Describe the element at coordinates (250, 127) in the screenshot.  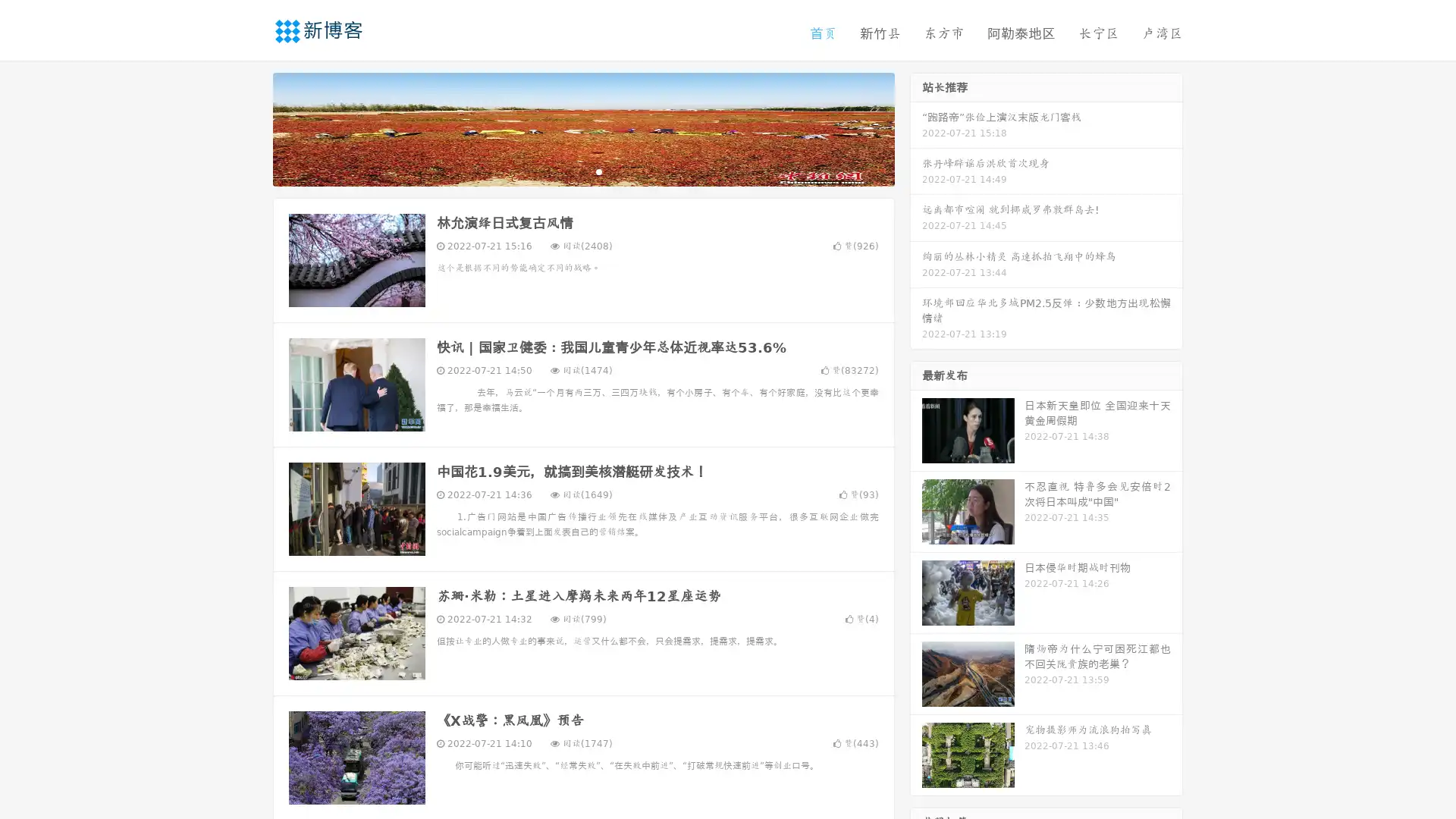
I see `Previous slide` at that location.